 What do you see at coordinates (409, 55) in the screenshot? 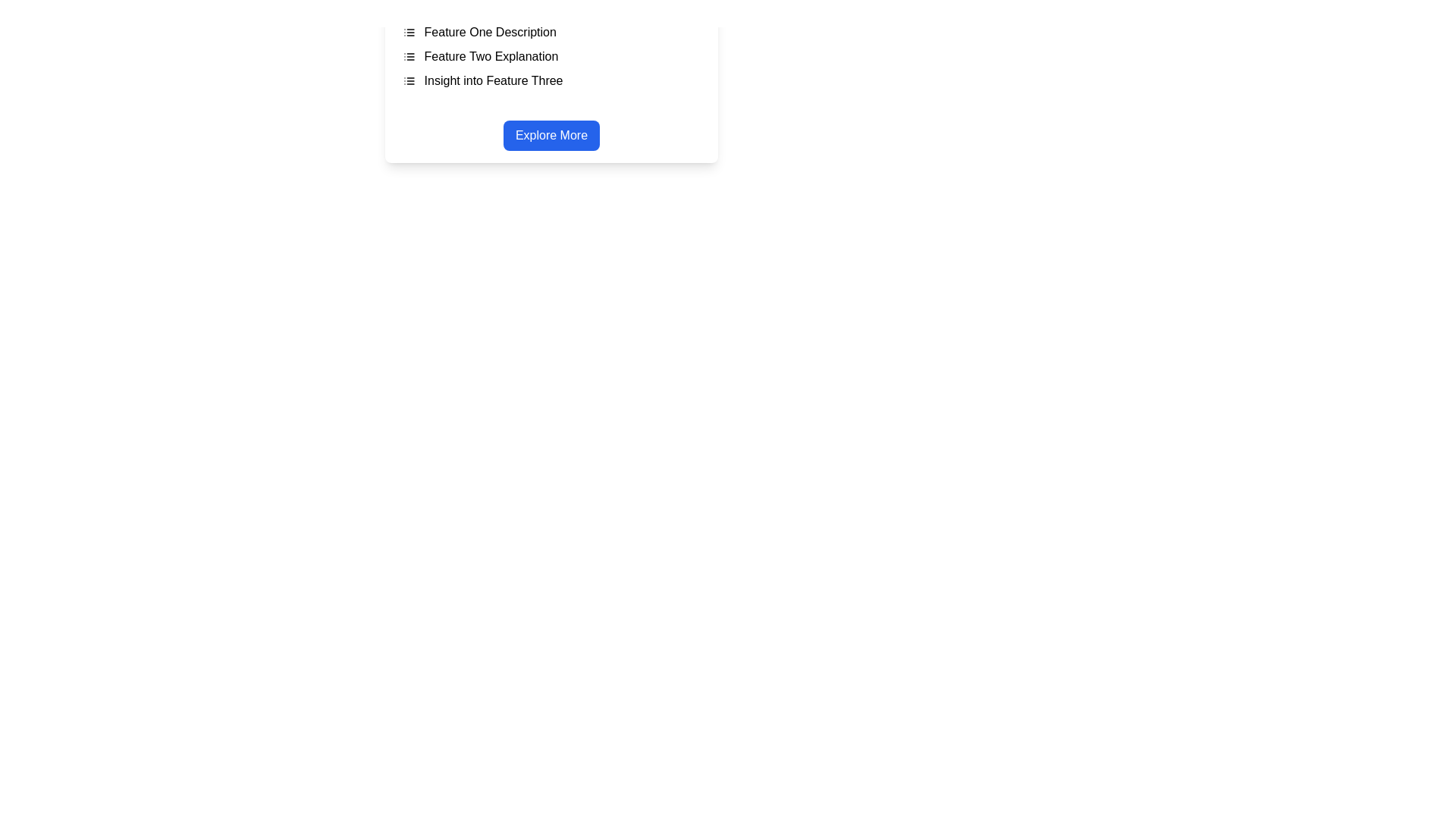
I see `the list icon component, which features three horizontal lines stacked vertically and is located to the left of the text labeled 'Feature Two Explanation.'` at bounding box center [409, 55].